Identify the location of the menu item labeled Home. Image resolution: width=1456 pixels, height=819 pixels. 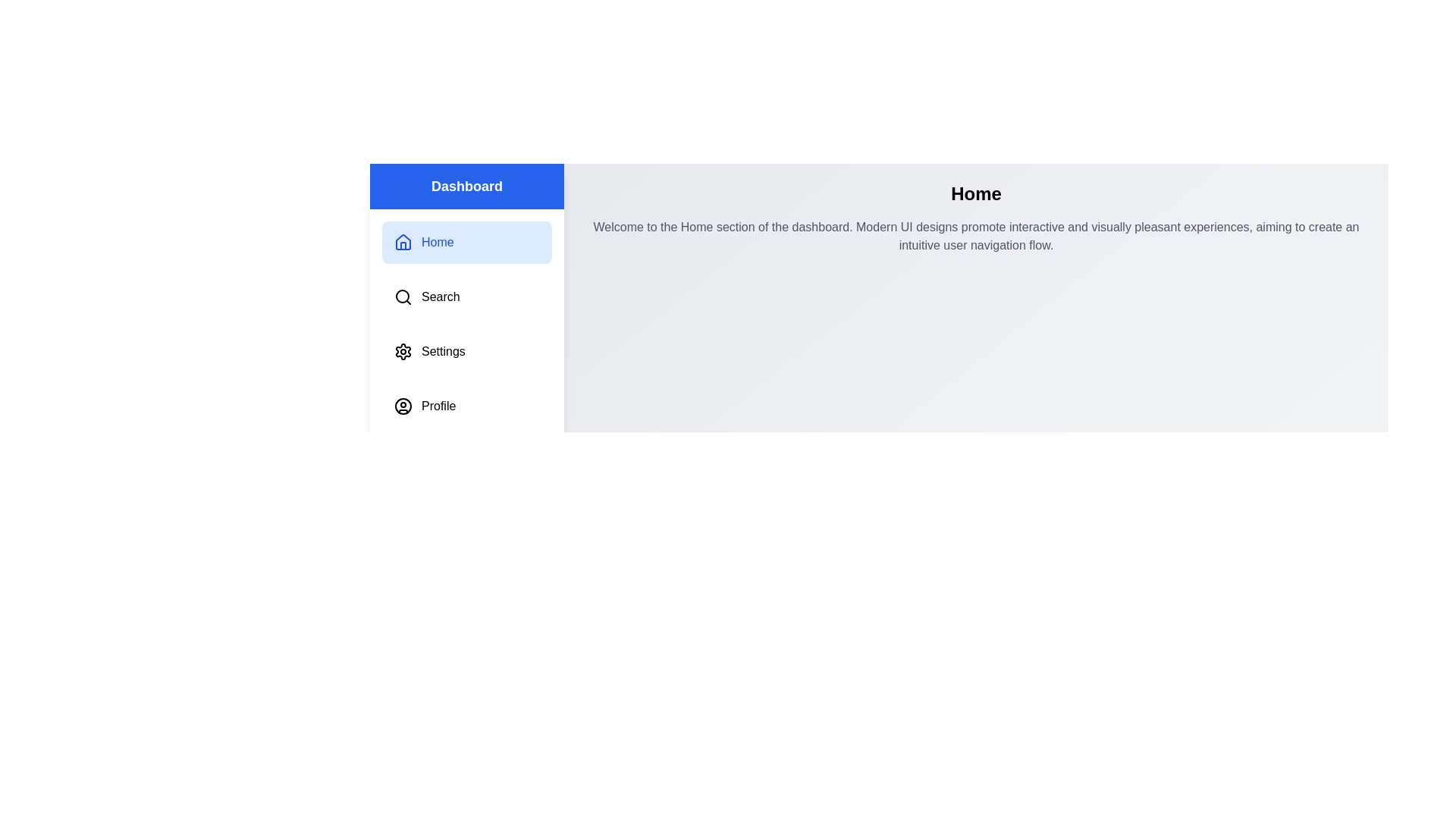
(466, 242).